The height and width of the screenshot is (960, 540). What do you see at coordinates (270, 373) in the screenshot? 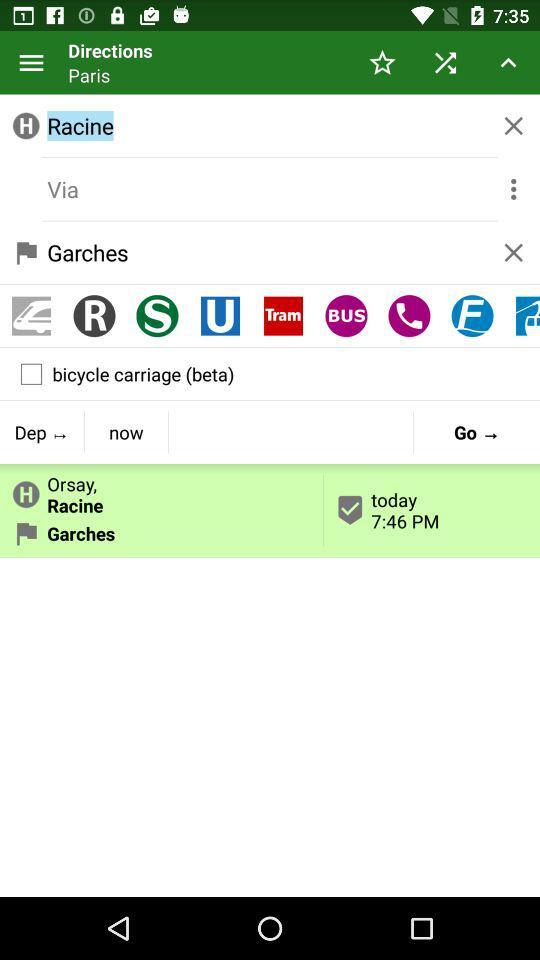
I see `bicycle carriage (beta) at the center` at bounding box center [270, 373].